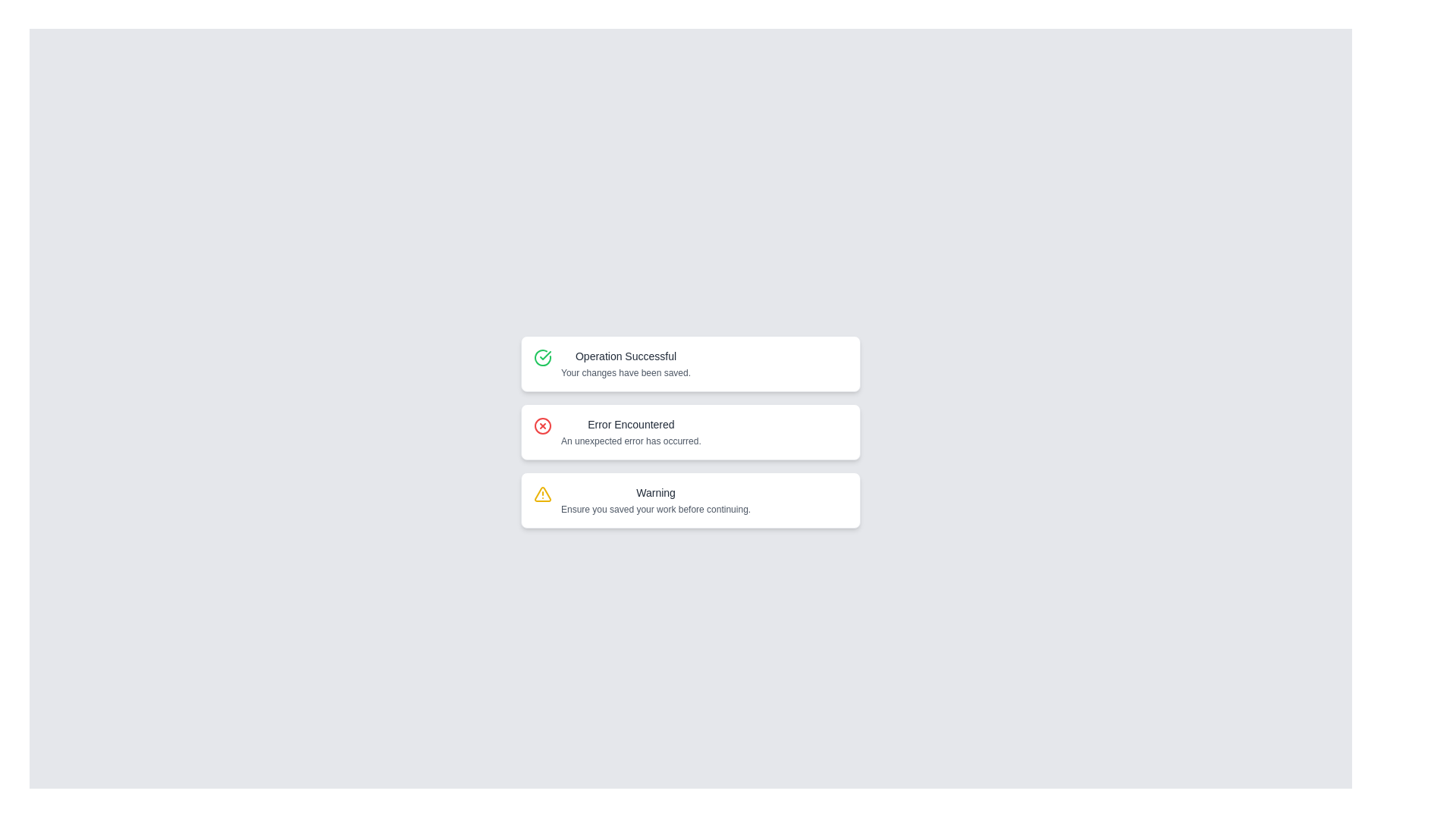 This screenshot has height=819, width=1456. I want to click on the circular part of the 'X' symbol in the red error icon associated with the 'Error Encountered' notification, which is located on the left side of the second notification card, so click(542, 426).